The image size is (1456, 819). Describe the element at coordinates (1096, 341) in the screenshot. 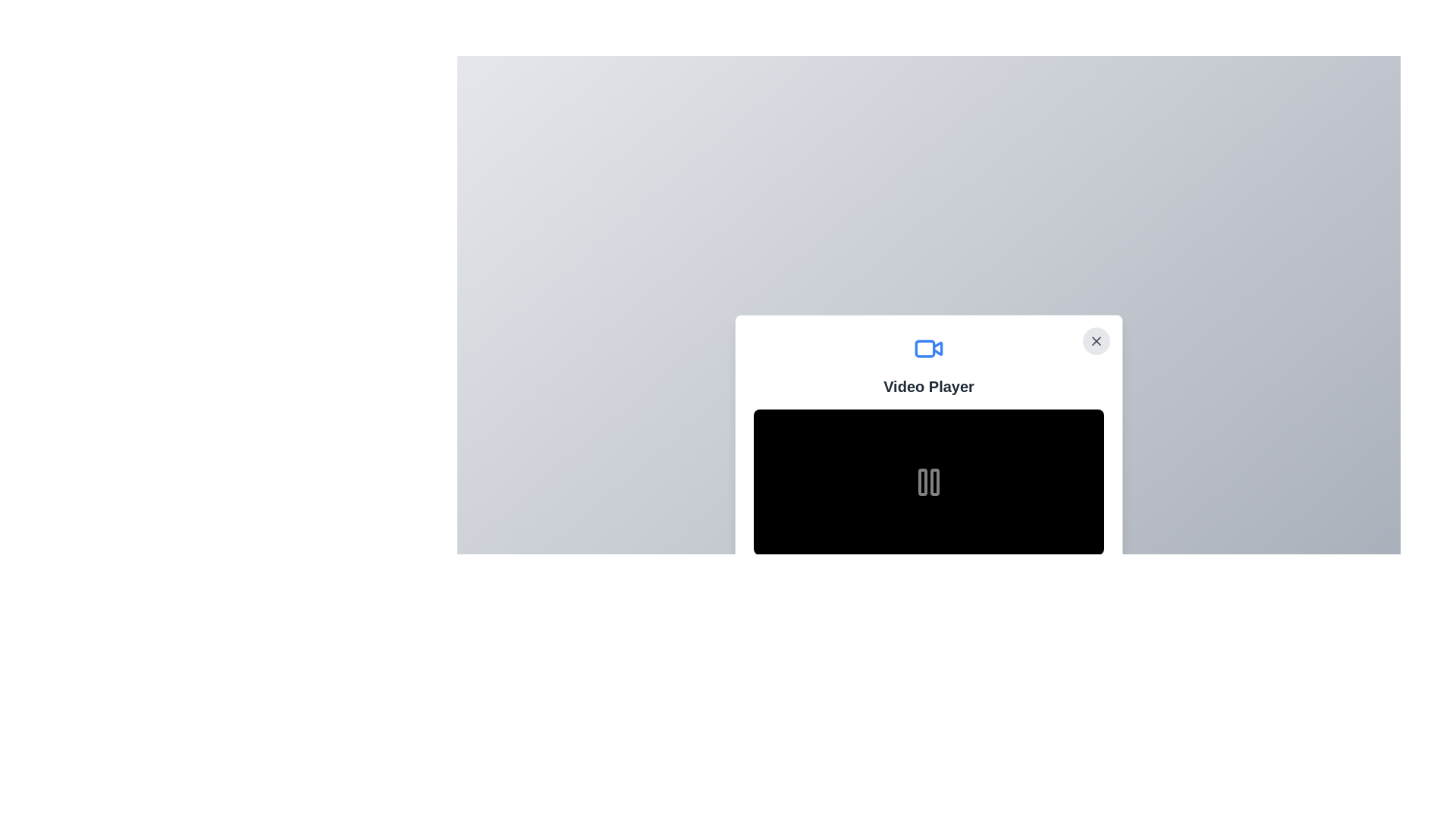

I see `the 'X' shaped close button, which is styled with a thin, rounded stroke and located in the top-right corner of the dialog box, to trigger a visual feedback effect` at that location.